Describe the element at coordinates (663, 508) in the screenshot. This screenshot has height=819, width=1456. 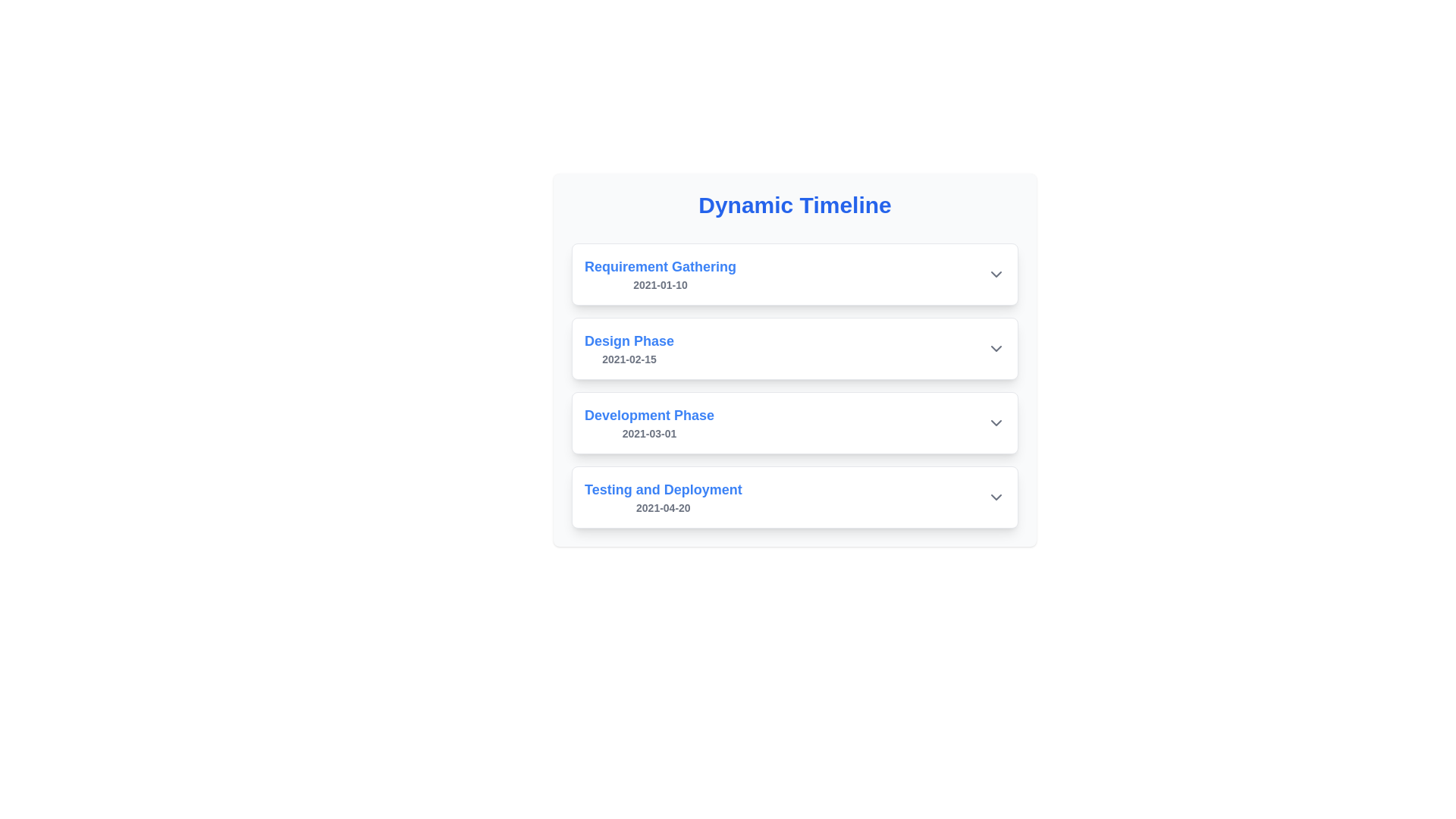
I see `the date label displaying '2021-04-20' located below the title 'Testing and Deployment' in its card section` at that location.